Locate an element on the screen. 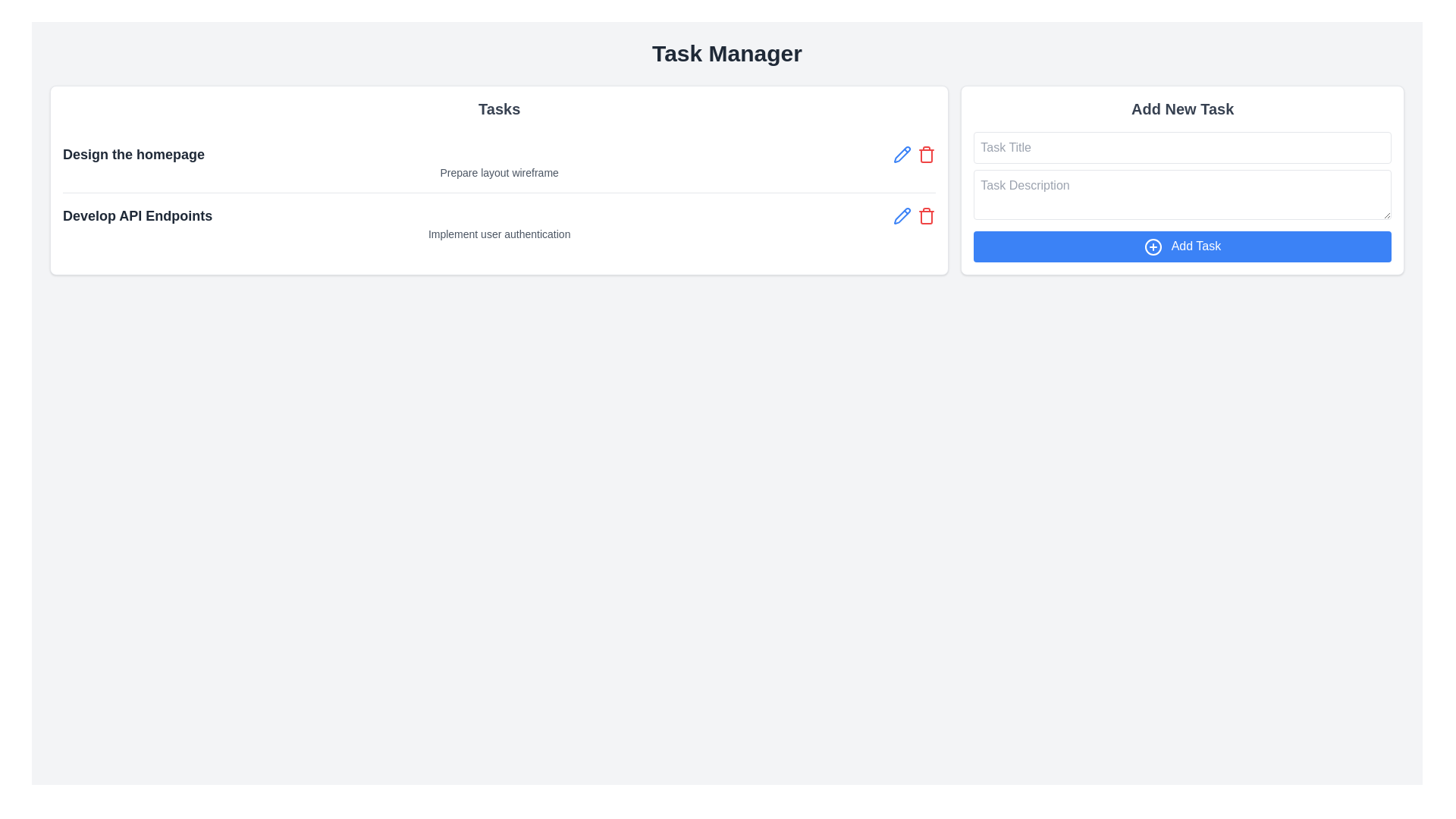 The height and width of the screenshot is (819, 1456). text label providing additional context for the task 'Develop API Endpoints', which is located in the left panel under the 'Tasks' section, positioned right below the task name is located at coordinates (499, 234).